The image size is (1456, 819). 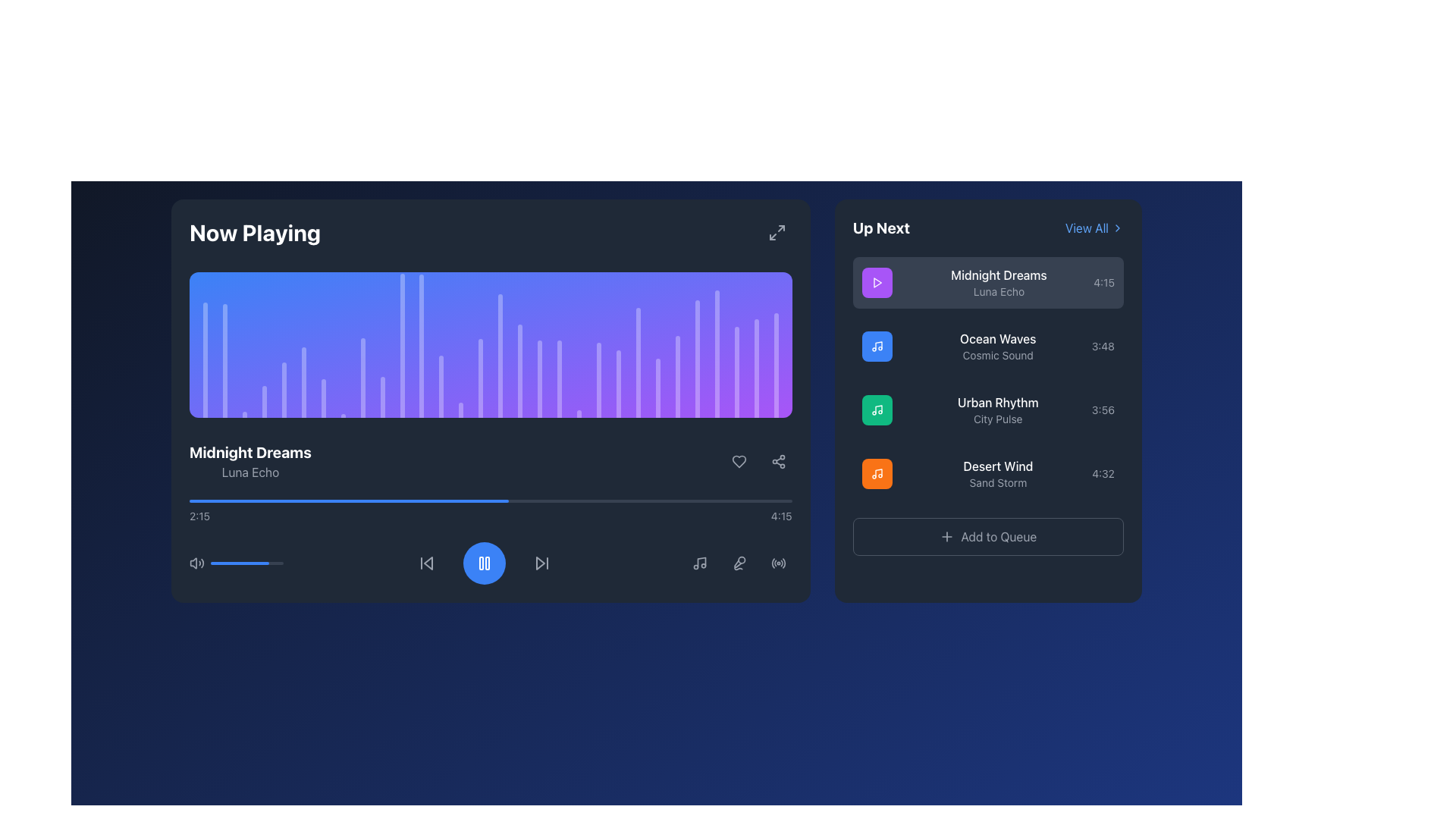 What do you see at coordinates (877, 472) in the screenshot?
I see `the 'Desert Wind' song icon in the 'Up Next' section, which is the fourth icon in the list` at bounding box center [877, 472].